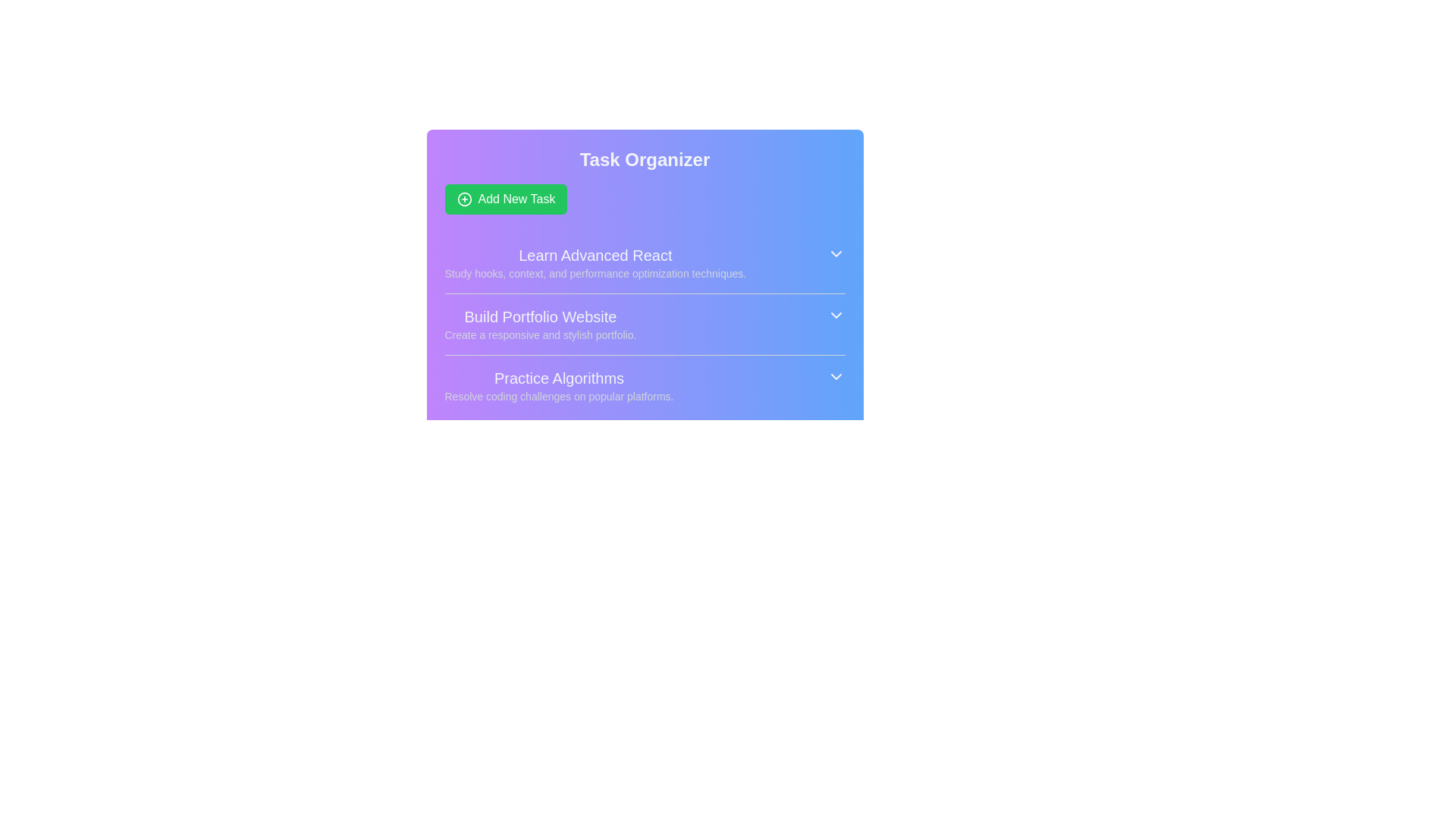  What do you see at coordinates (540, 334) in the screenshot?
I see `the descriptive subtext element located beneath the 'Build Portfolio Website' heading in the 'Task Organizer' section` at bounding box center [540, 334].